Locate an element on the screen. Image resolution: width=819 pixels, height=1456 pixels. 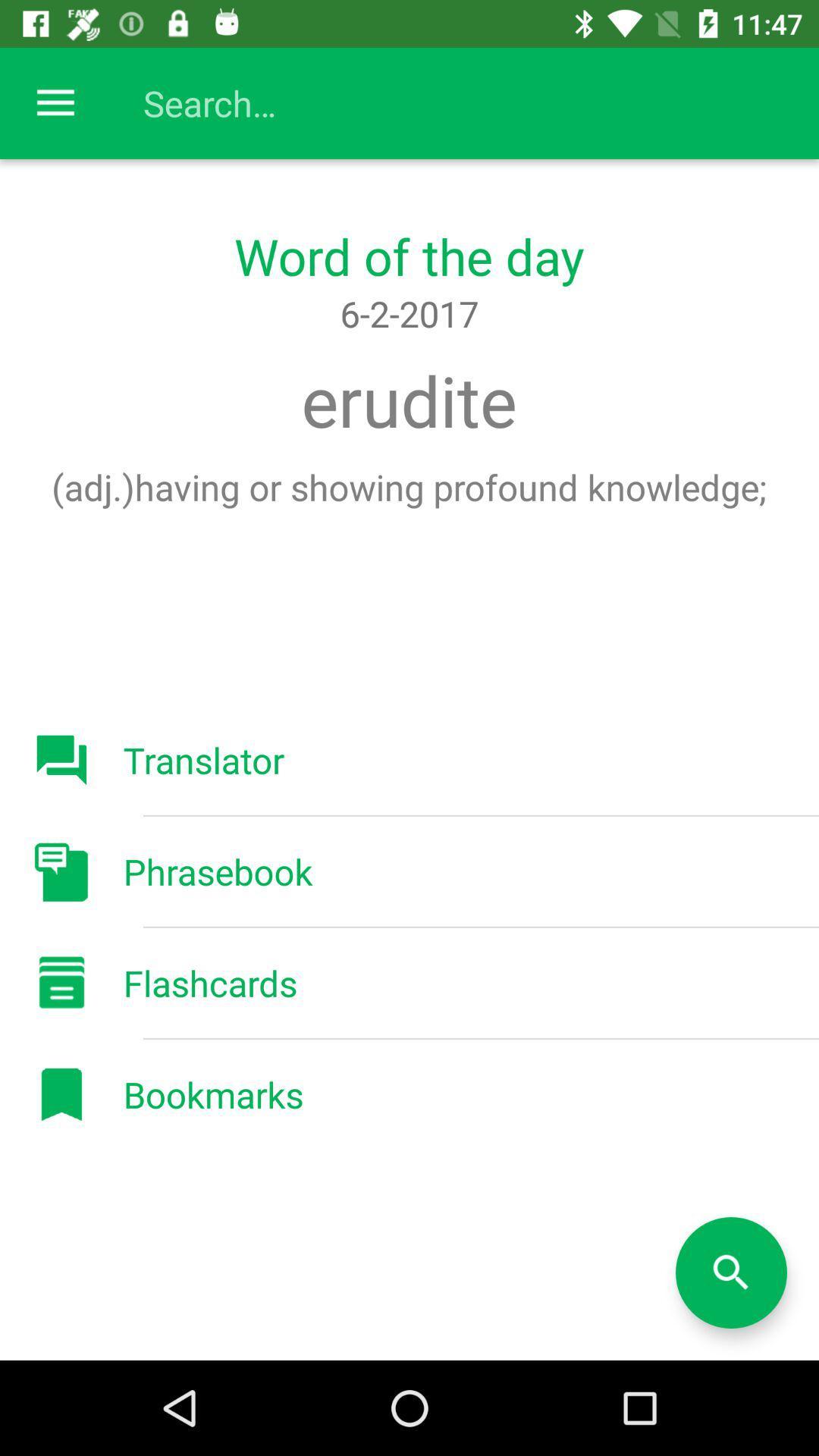
icon below 6 icon is located at coordinates (408, 400).